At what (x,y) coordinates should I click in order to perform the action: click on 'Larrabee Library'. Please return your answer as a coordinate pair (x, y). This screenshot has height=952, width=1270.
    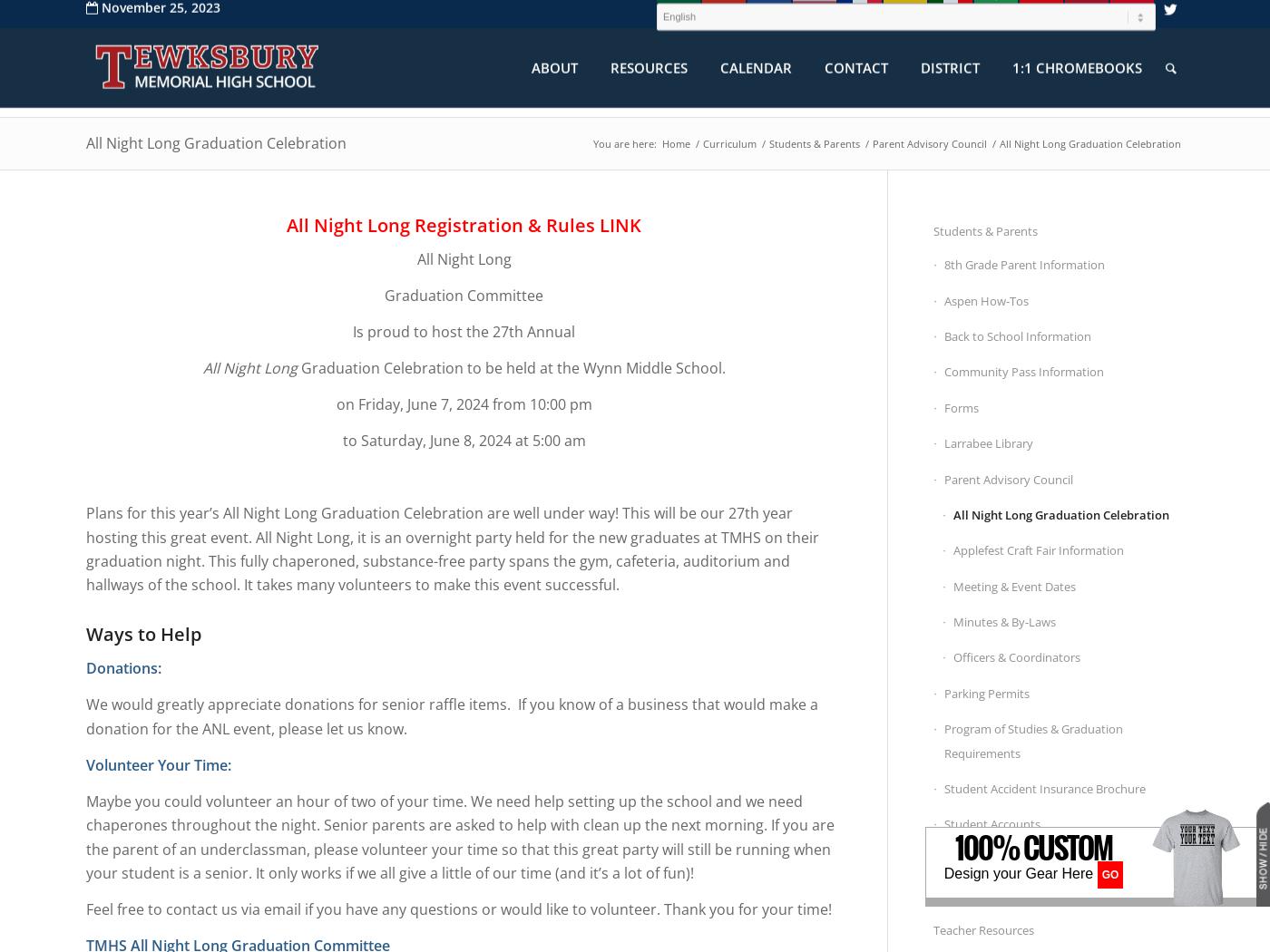
    Looking at the image, I should click on (989, 442).